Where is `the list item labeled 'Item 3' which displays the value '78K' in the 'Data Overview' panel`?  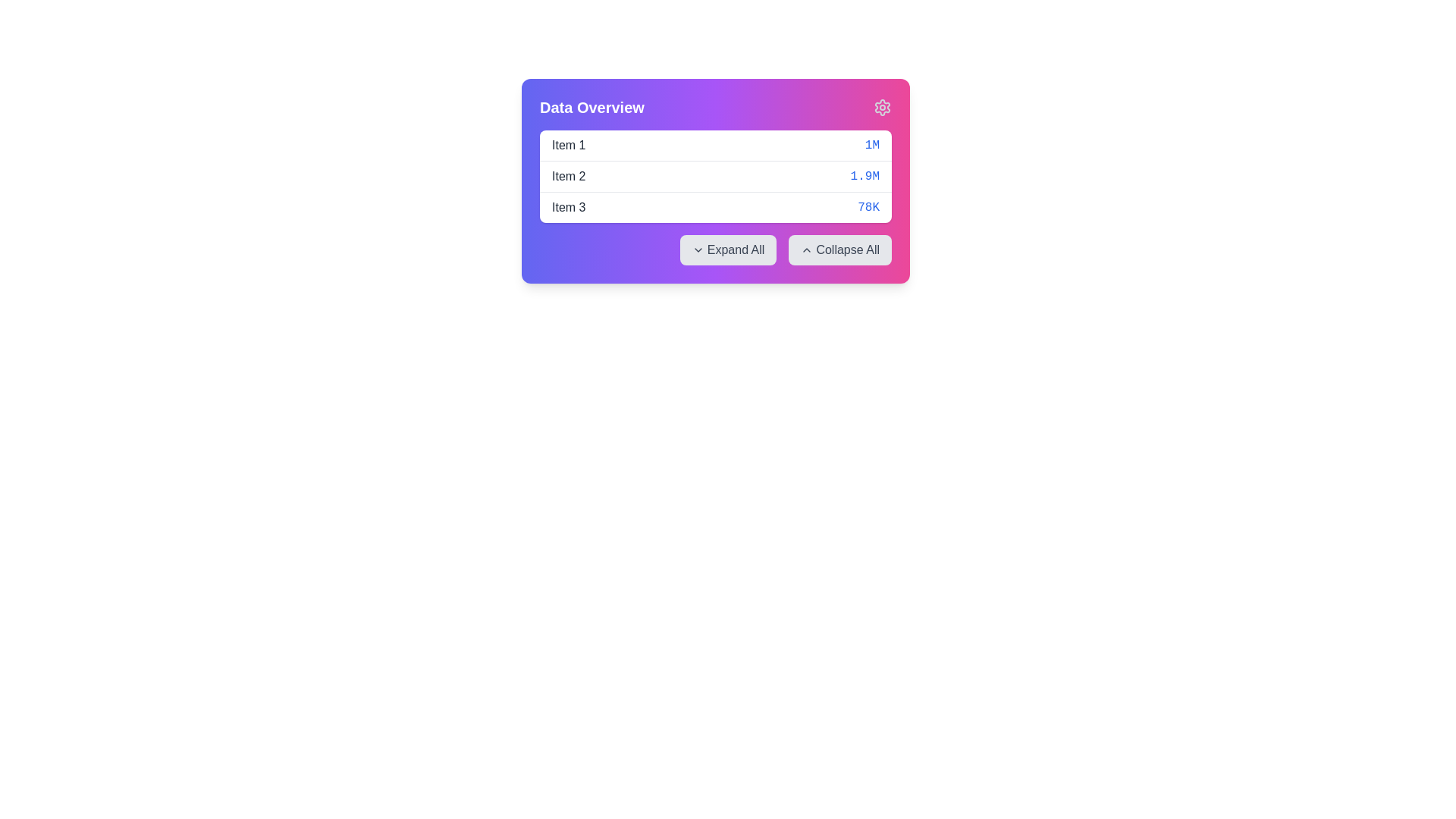
the list item labeled 'Item 3' which displays the value '78K' in the 'Data Overview' panel is located at coordinates (715, 207).